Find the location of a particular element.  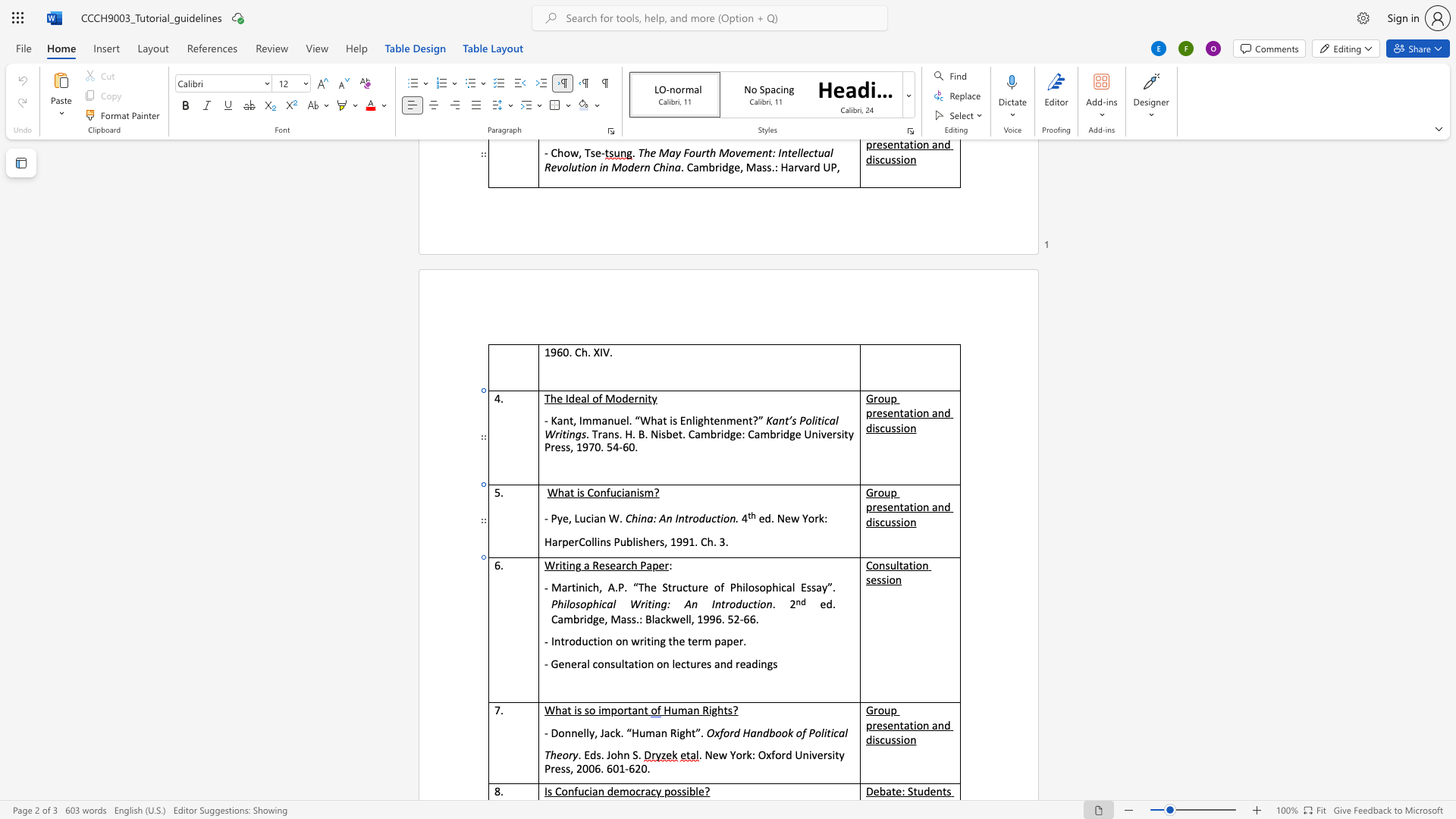

the space between the continuous character "h" and "e" in the text is located at coordinates (649, 541).